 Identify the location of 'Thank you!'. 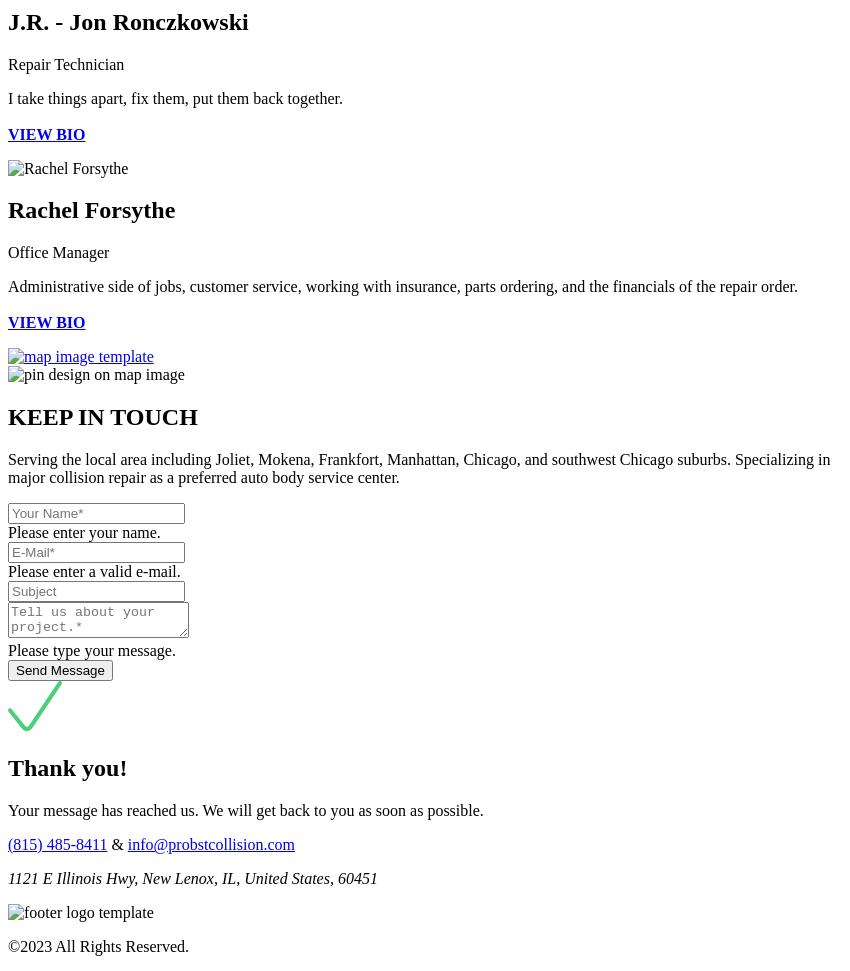
(67, 767).